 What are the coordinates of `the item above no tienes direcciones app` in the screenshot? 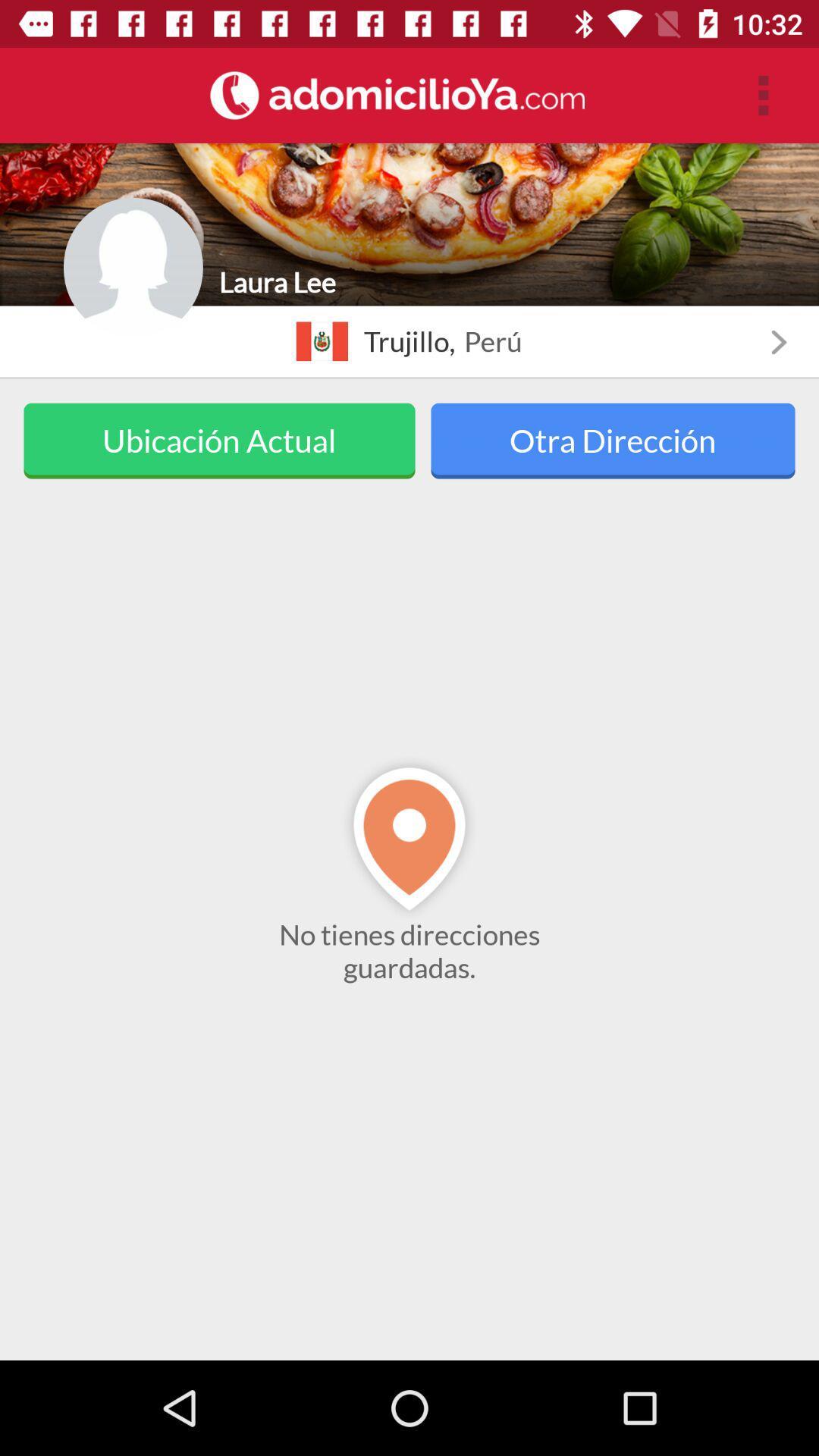 It's located at (612, 440).